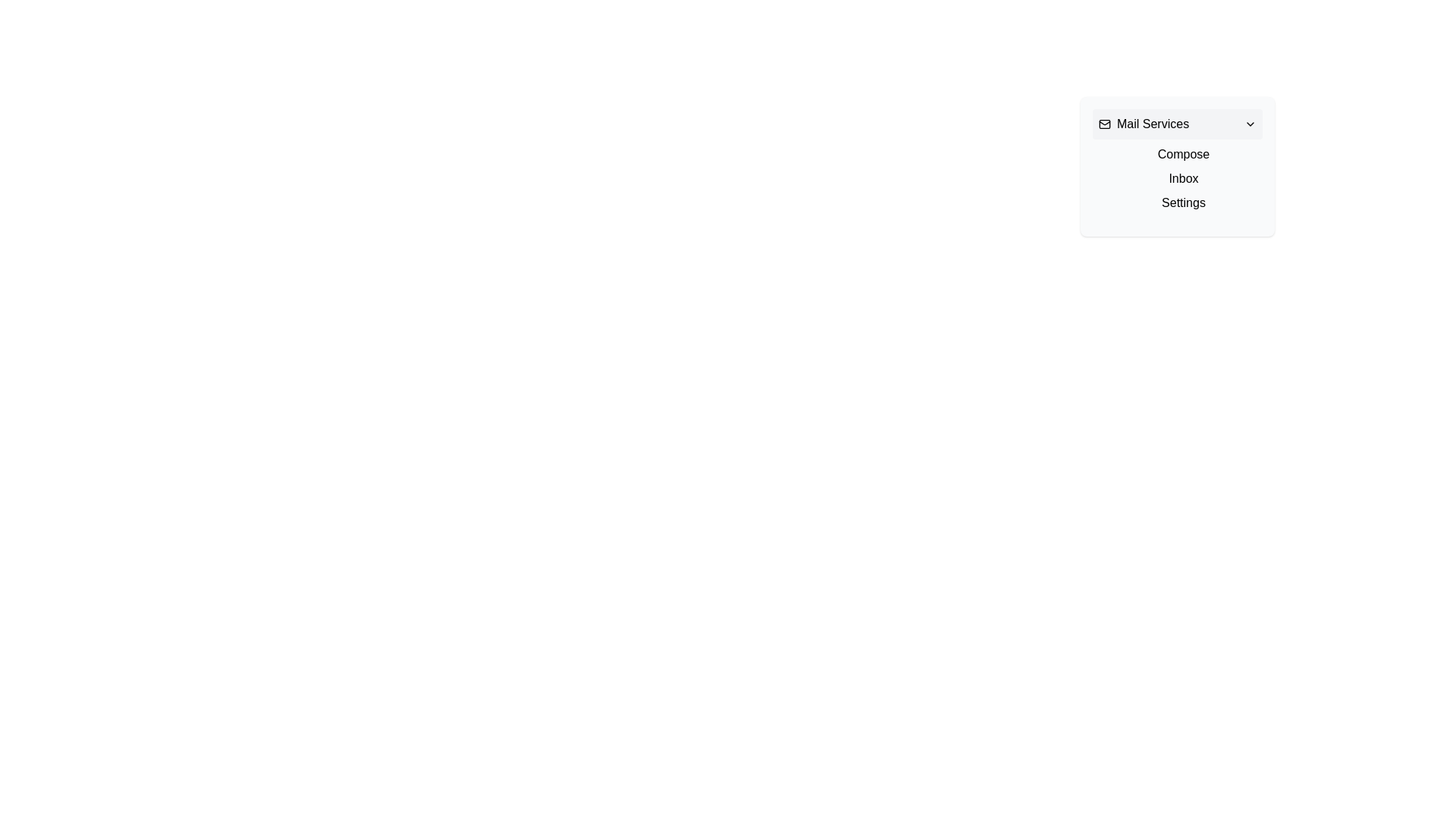 The height and width of the screenshot is (819, 1456). What do you see at coordinates (1182, 177) in the screenshot?
I see `the 'Inbox' text link styled in black, located in the second position of the vertical list of options` at bounding box center [1182, 177].